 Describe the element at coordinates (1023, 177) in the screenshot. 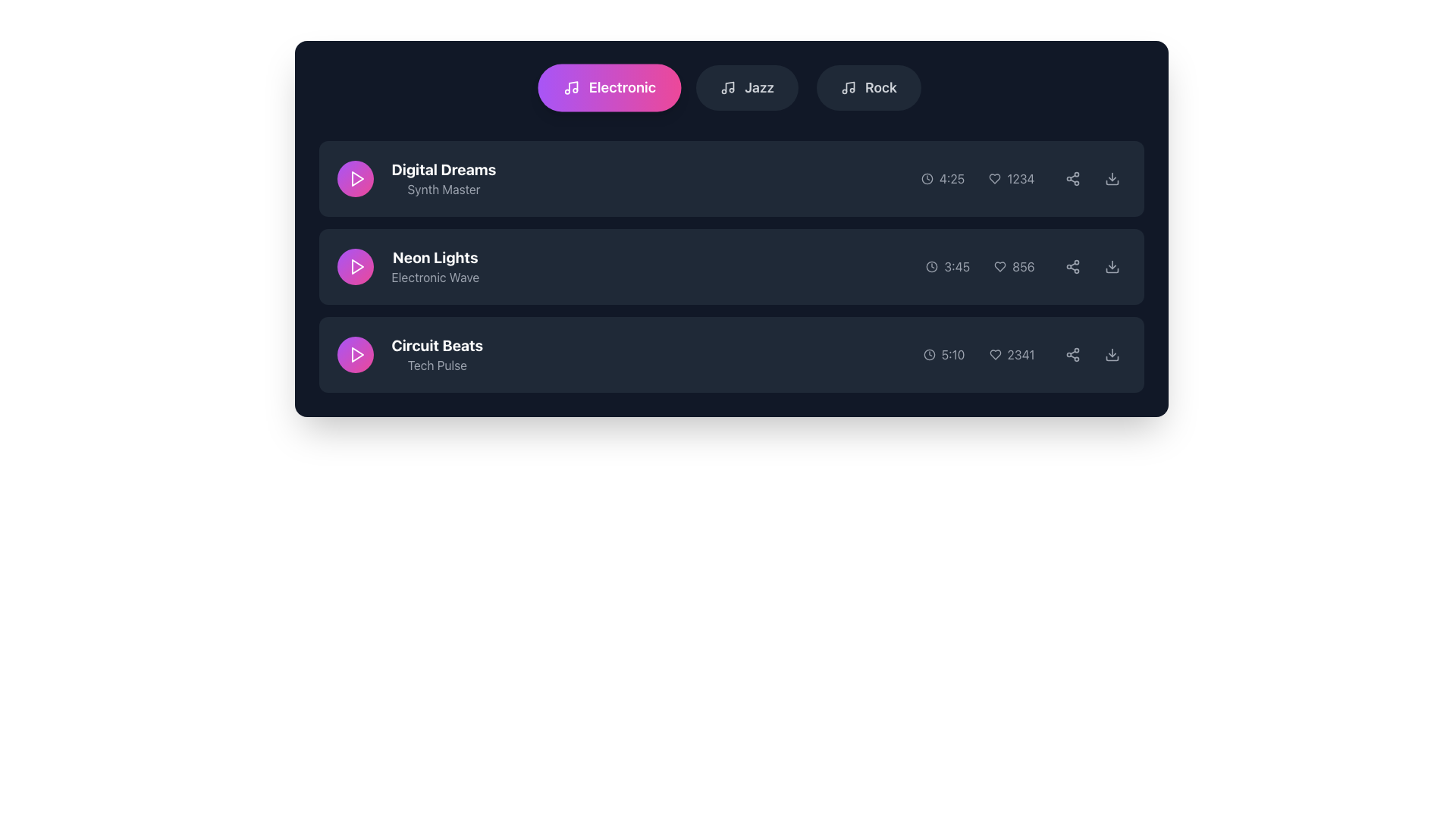

I see `the Display component that shows a clock icon with '4:25' on the left and a heart icon with '1234' on the right, positioned in the first list item for 'Digital Dreams'` at that location.